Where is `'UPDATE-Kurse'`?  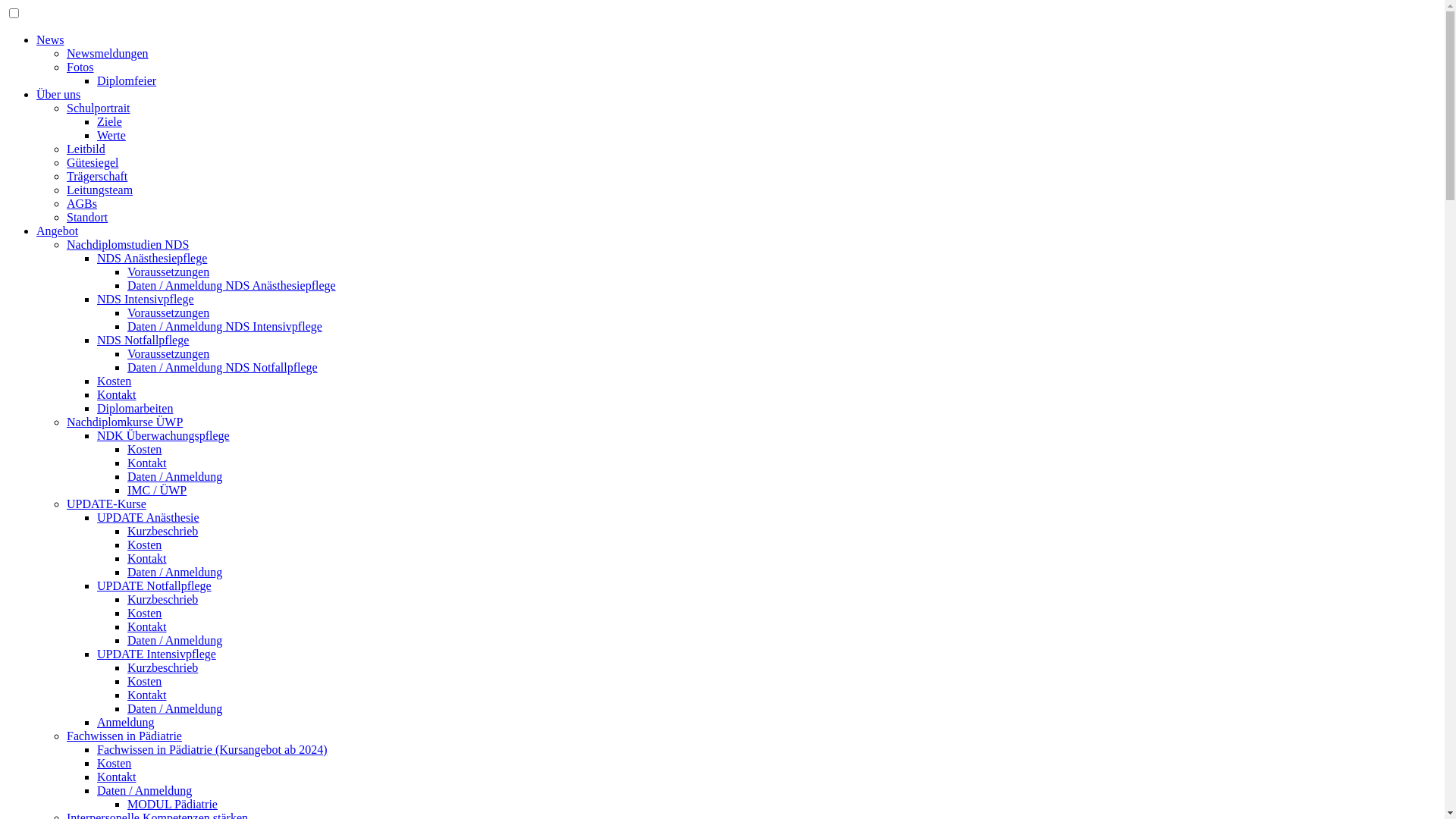
'UPDATE-Kurse' is located at coordinates (105, 504).